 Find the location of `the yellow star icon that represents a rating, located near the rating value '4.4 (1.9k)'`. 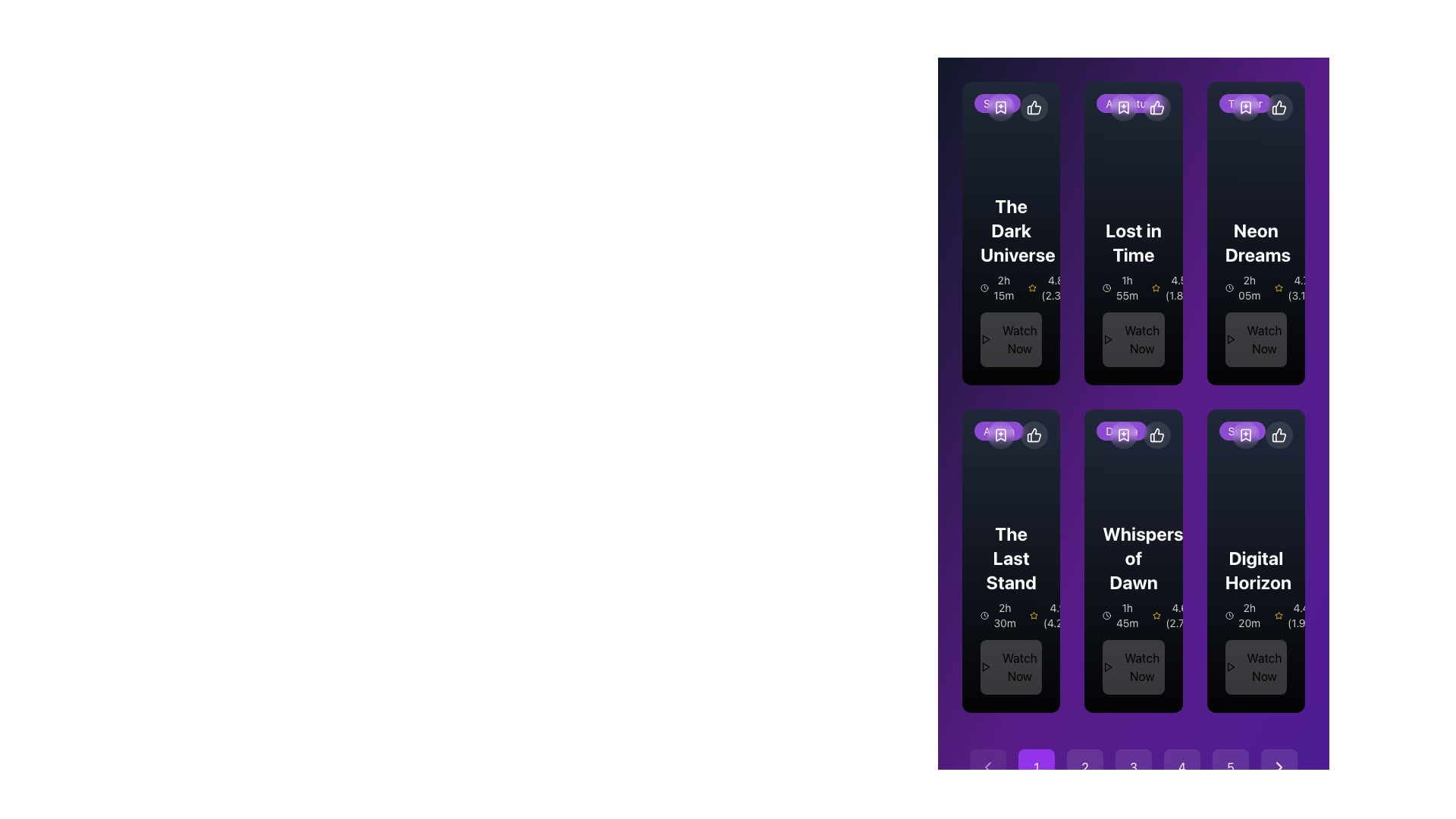

the yellow star icon that represents a rating, located near the rating value '4.4 (1.9k)' is located at coordinates (1278, 616).